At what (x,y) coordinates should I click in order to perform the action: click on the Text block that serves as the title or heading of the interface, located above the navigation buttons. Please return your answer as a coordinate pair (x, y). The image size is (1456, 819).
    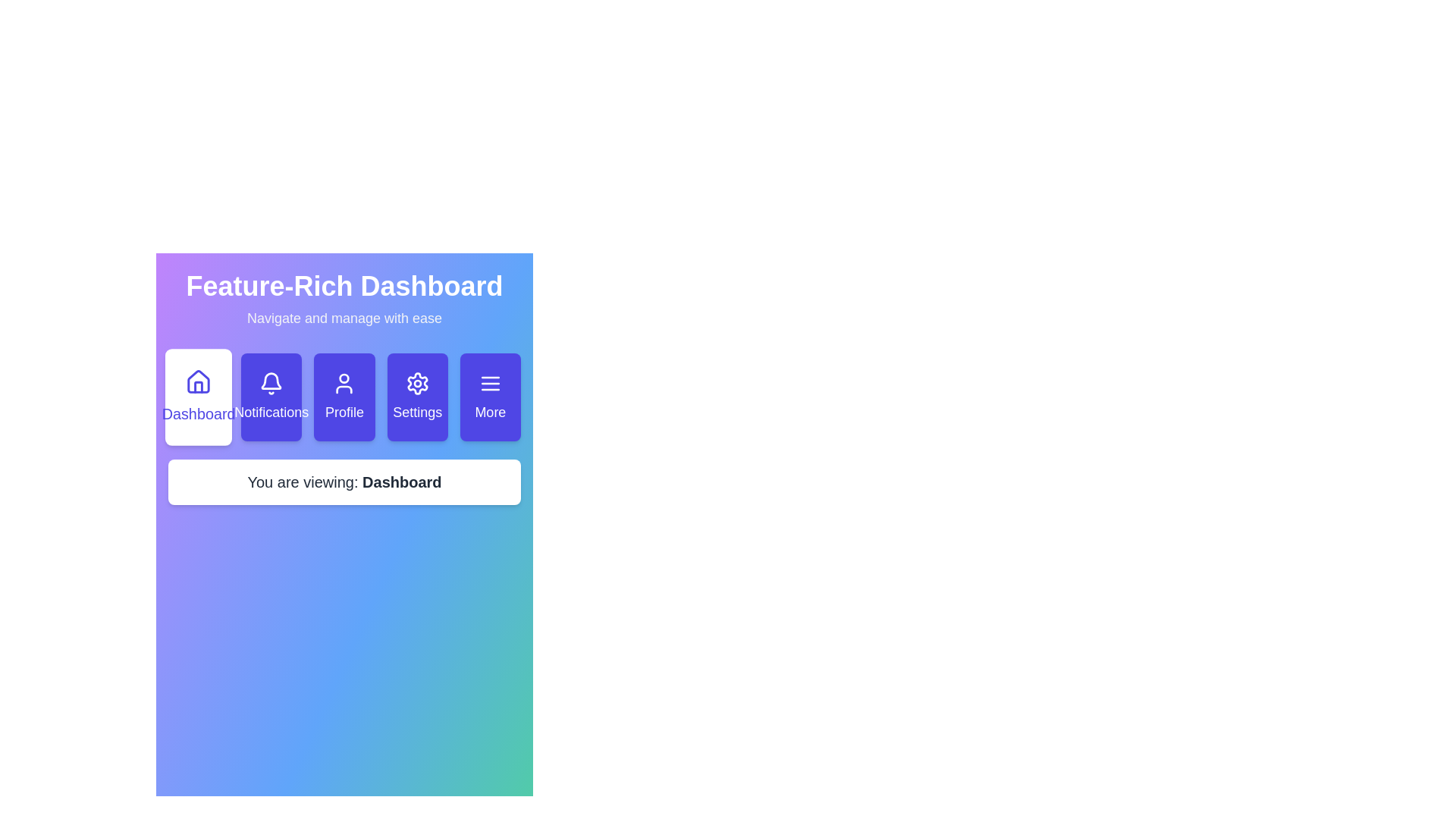
    Looking at the image, I should click on (344, 300).